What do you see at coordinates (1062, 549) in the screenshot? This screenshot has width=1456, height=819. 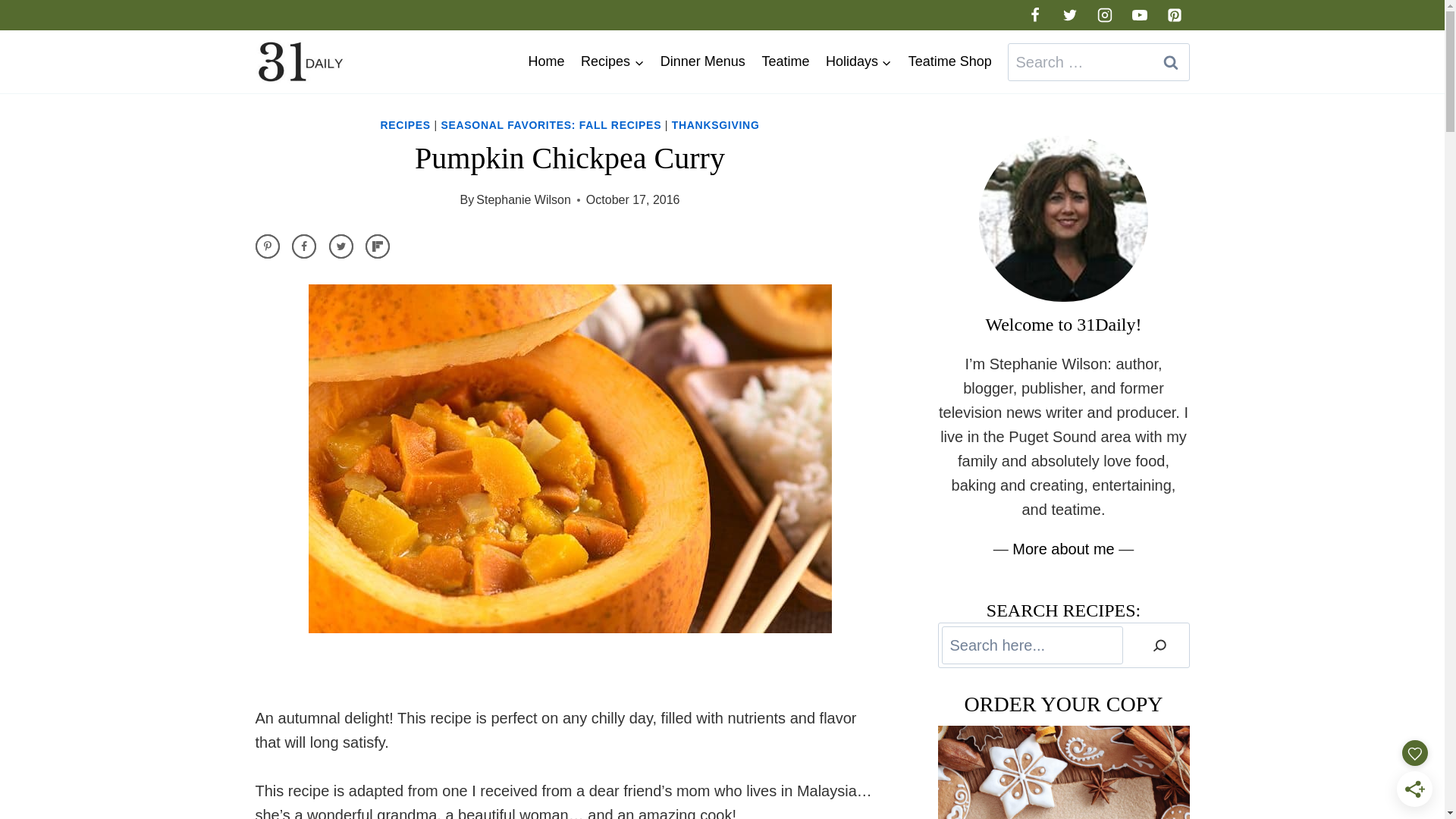 I see `'More about me'` at bounding box center [1062, 549].